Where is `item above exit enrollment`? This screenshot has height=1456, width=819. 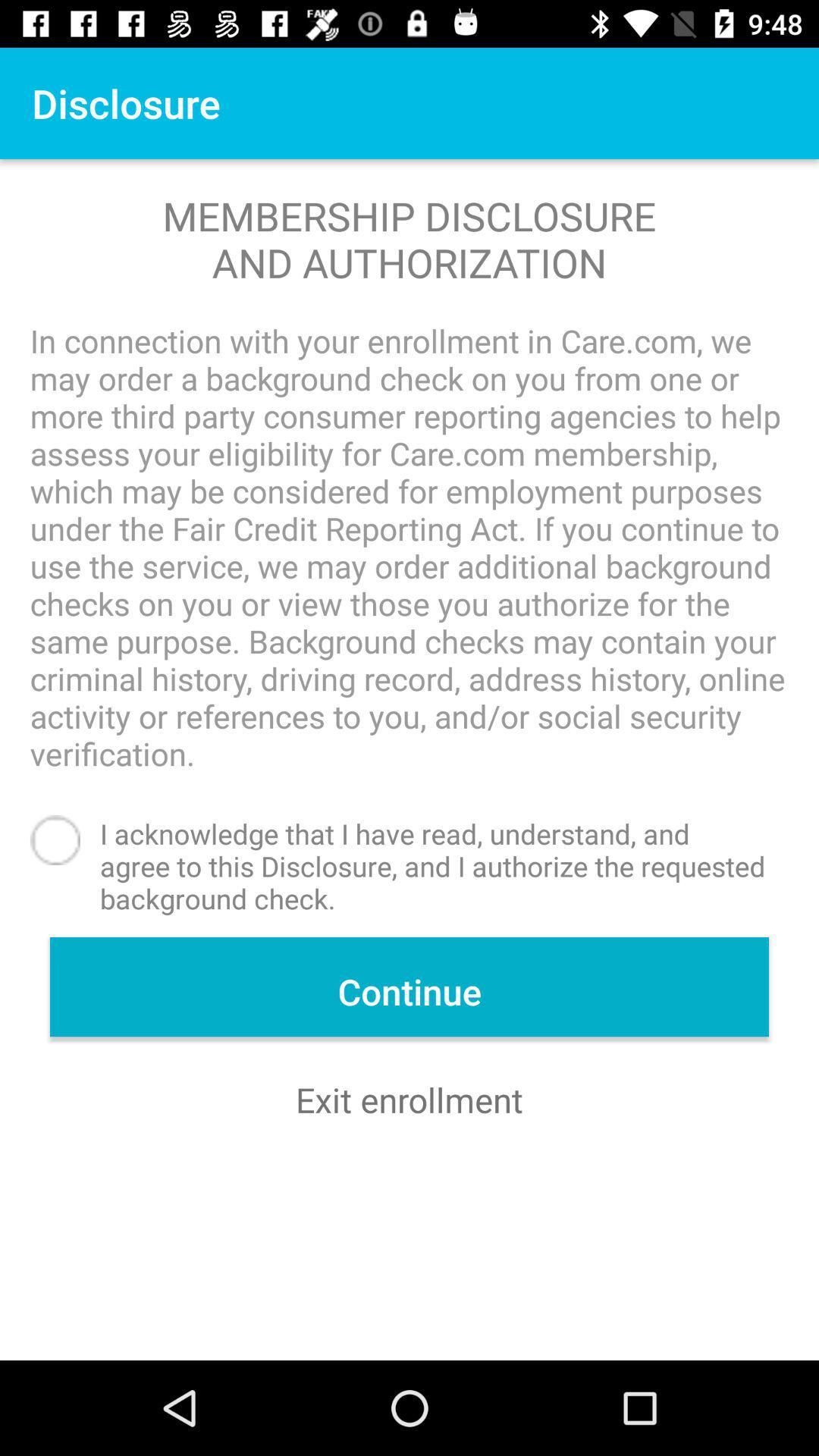
item above exit enrollment is located at coordinates (409, 987).